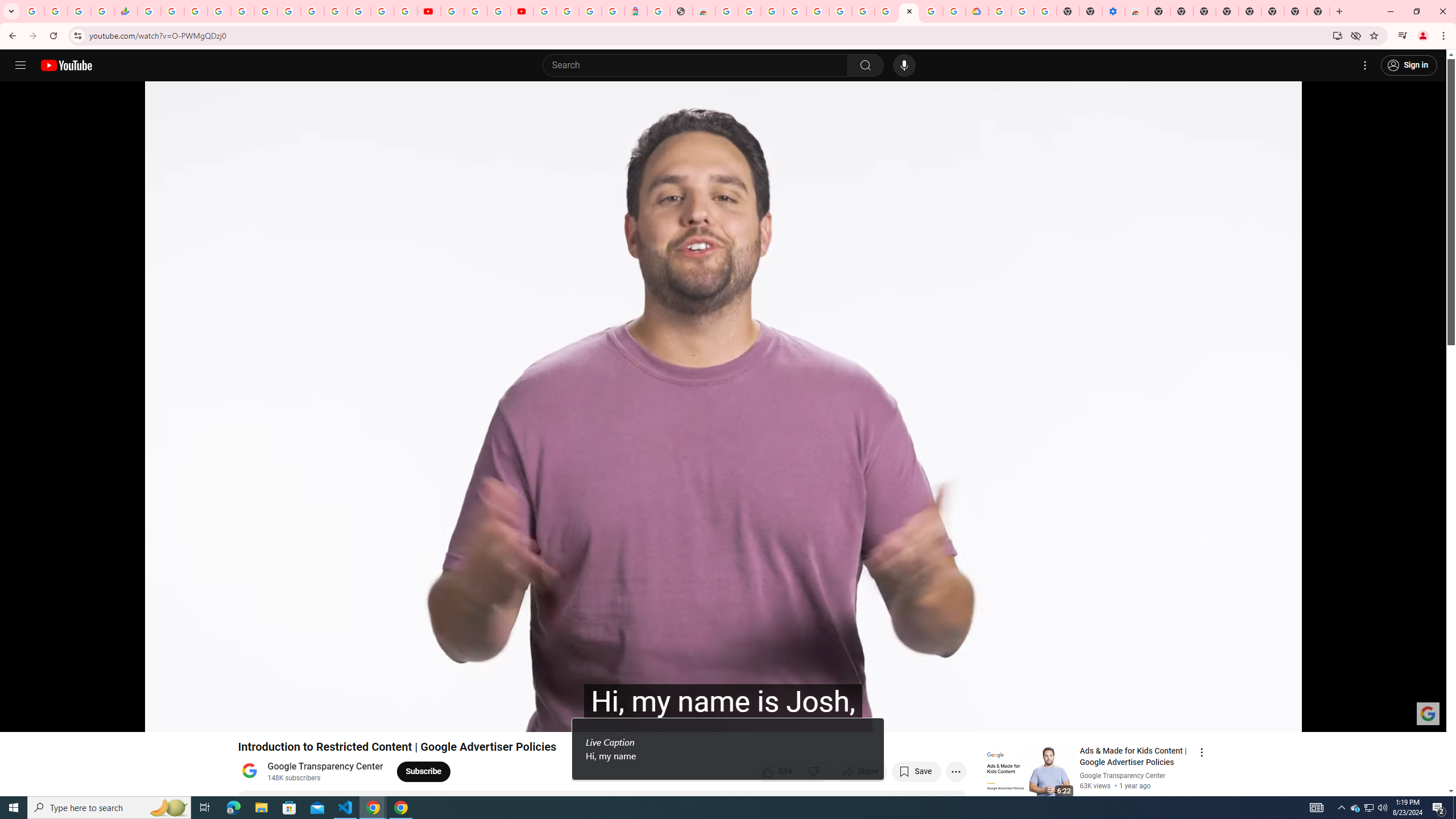  Describe the element at coordinates (1428, 713) in the screenshot. I see `'Channel watermark'` at that location.